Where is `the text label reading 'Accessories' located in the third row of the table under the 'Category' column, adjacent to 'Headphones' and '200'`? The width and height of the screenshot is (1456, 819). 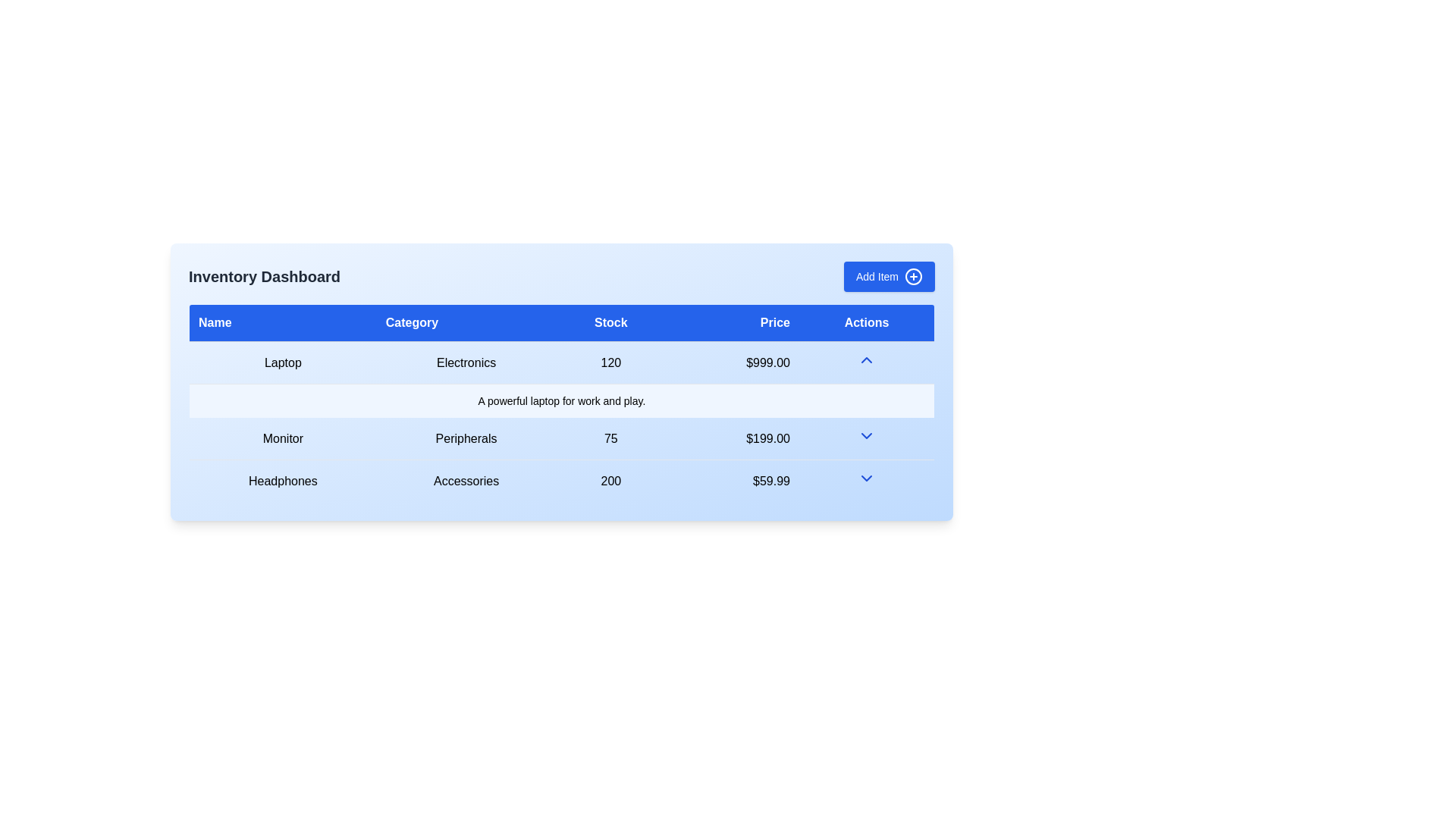 the text label reading 'Accessories' located in the third row of the table under the 'Category' column, adjacent to 'Headphones' and '200' is located at coordinates (466, 481).